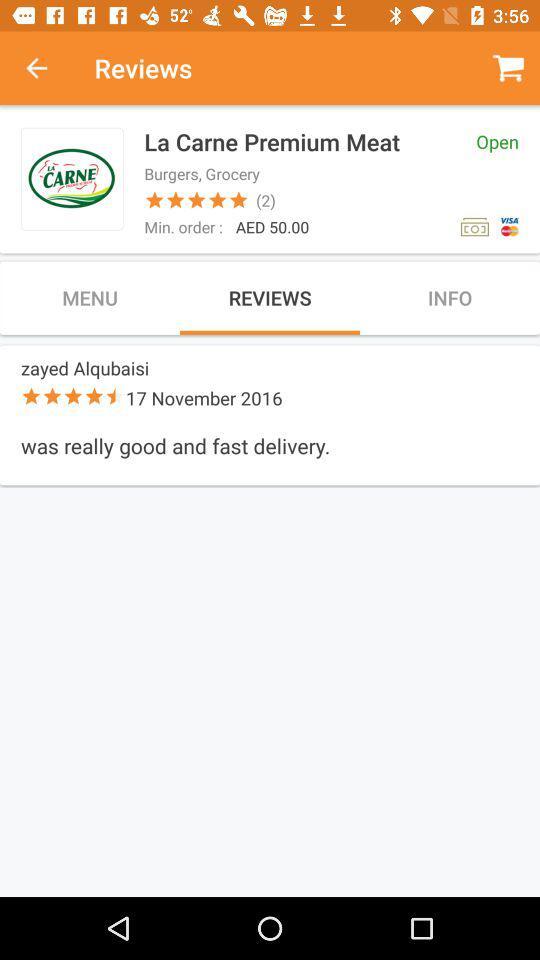 The width and height of the screenshot is (540, 960). Describe the element at coordinates (47, 68) in the screenshot. I see `go back` at that location.